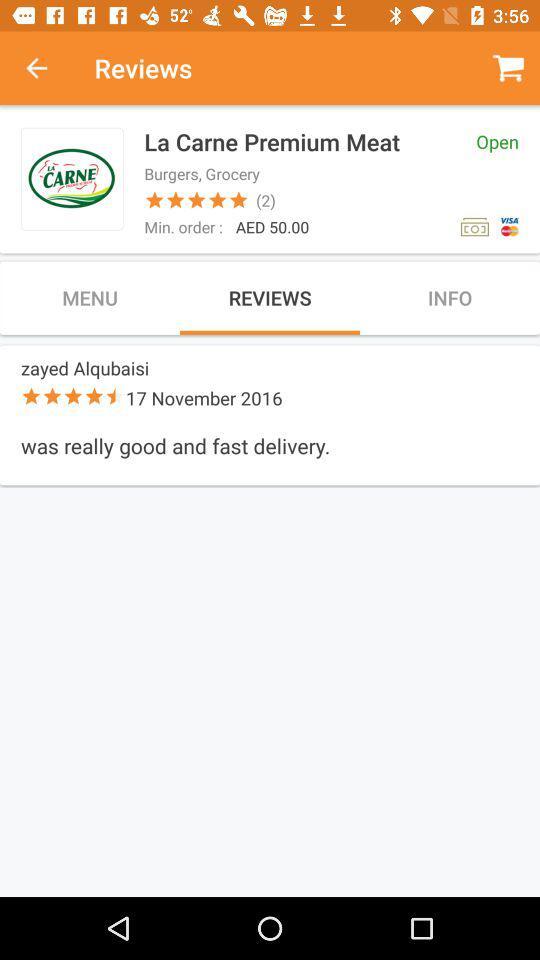 The width and height of the screenshot is (540, 960). Describe the element at coordinates (47, 68) in the screenshot. I see `go back` at that location.